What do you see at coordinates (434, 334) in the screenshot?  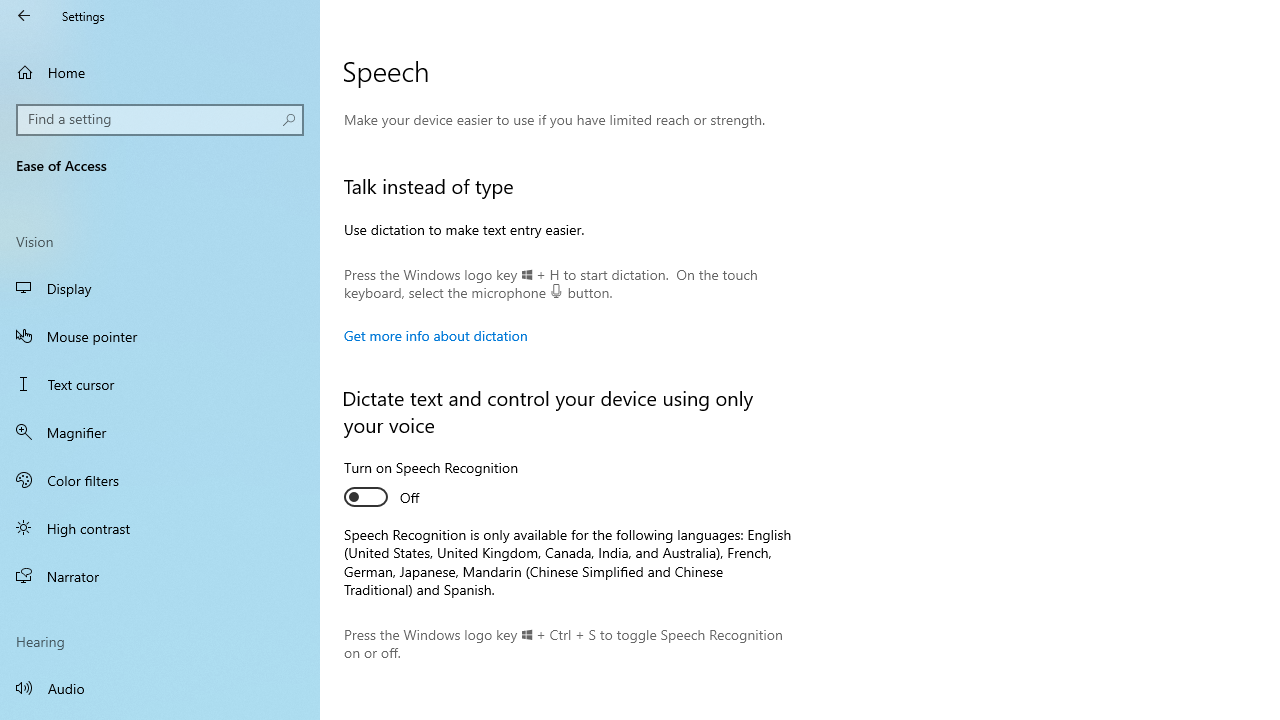 I see `'Get more info about dictation'` at bounding box center [434, 334].